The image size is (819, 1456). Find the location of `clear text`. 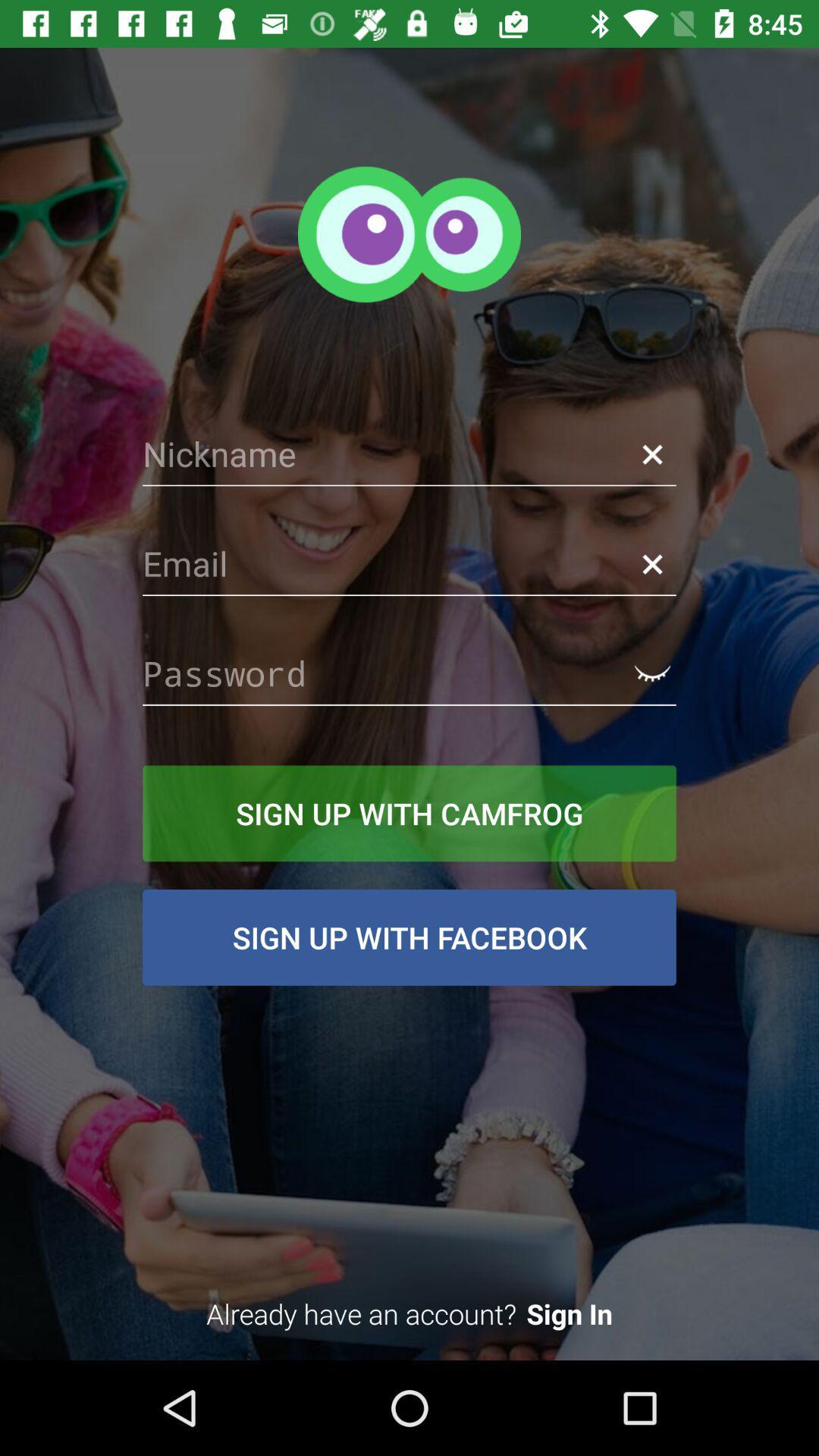

clear text is located at coordinates (651, 563).